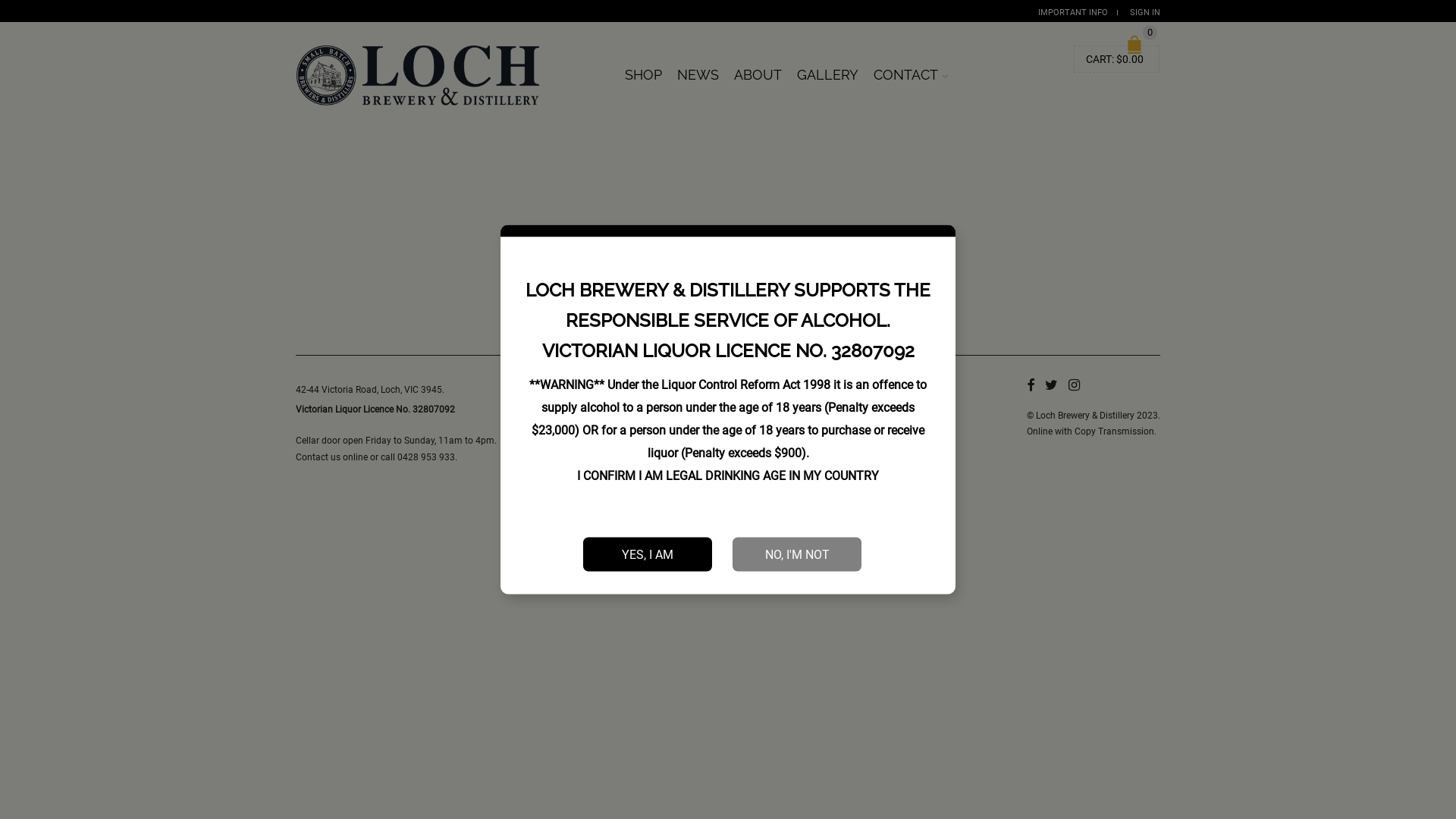  Describe the element at coordinates (643, 75) in the screenshot. I see `'SHOP'` at that location.